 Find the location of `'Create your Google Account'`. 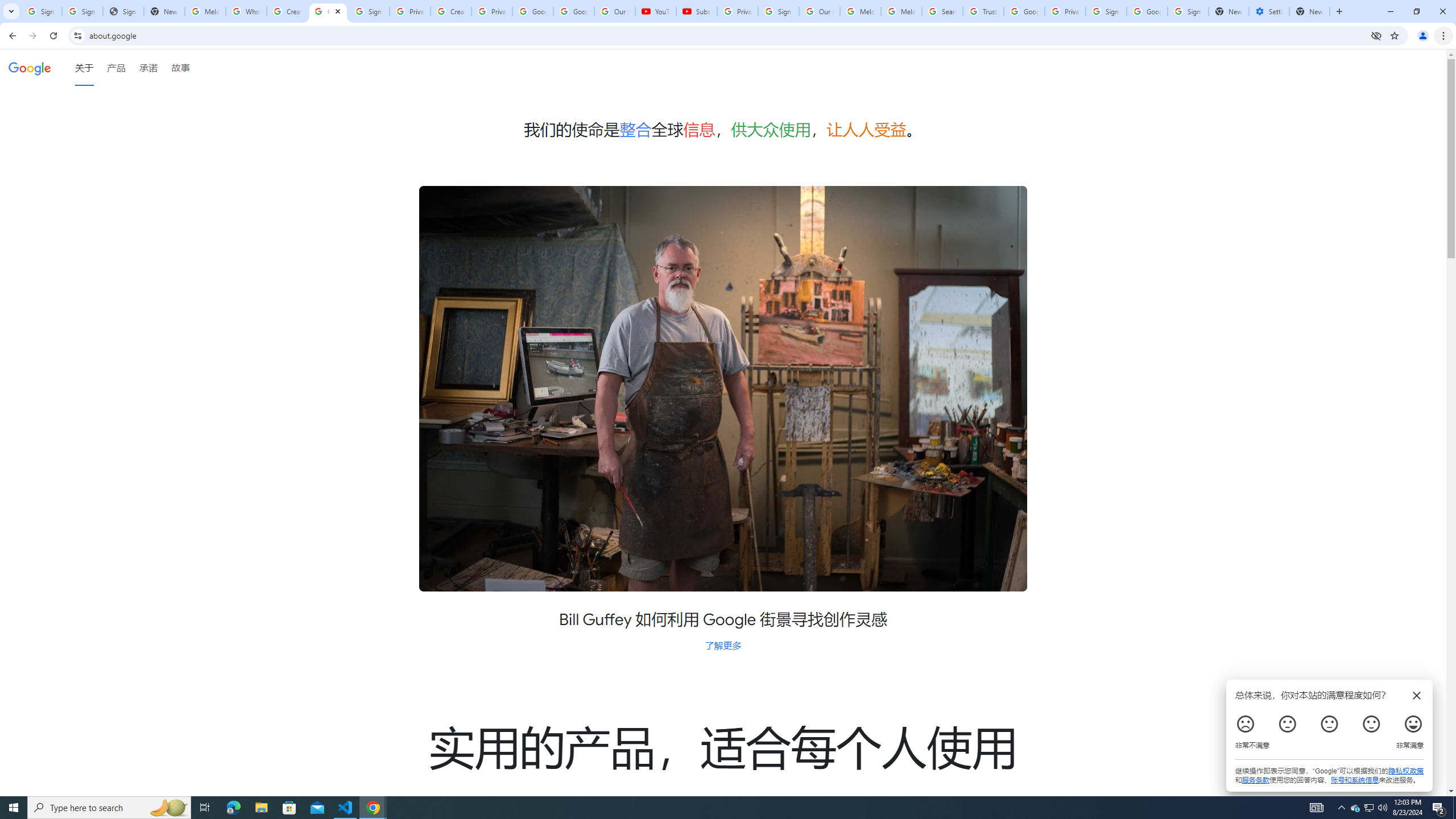

'Create your Google Account' is located at coordinates (450, 11).